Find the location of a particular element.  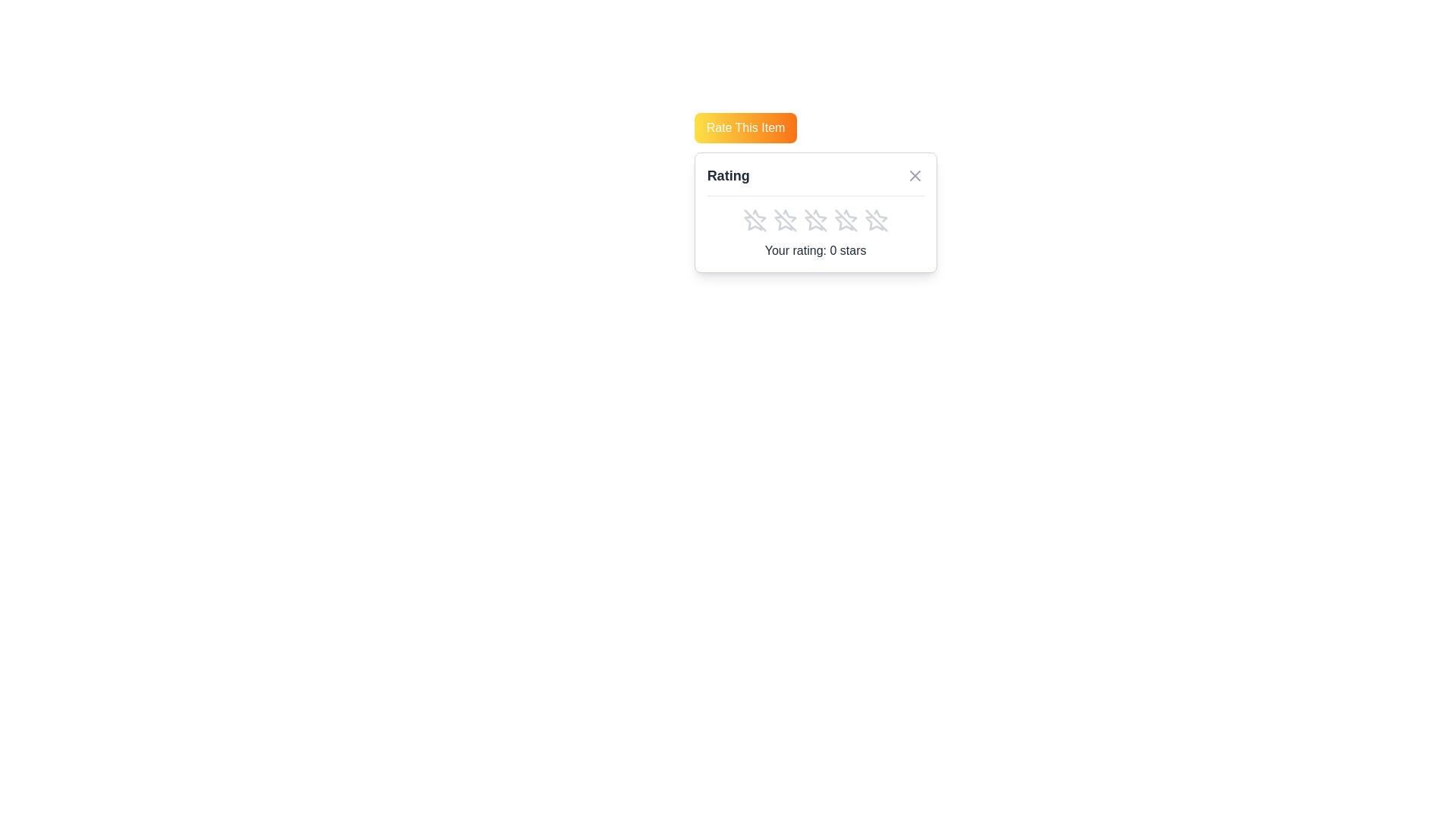

the second star in the outlined star icon within the rating component to rate it is located at coordinates (789, 215).